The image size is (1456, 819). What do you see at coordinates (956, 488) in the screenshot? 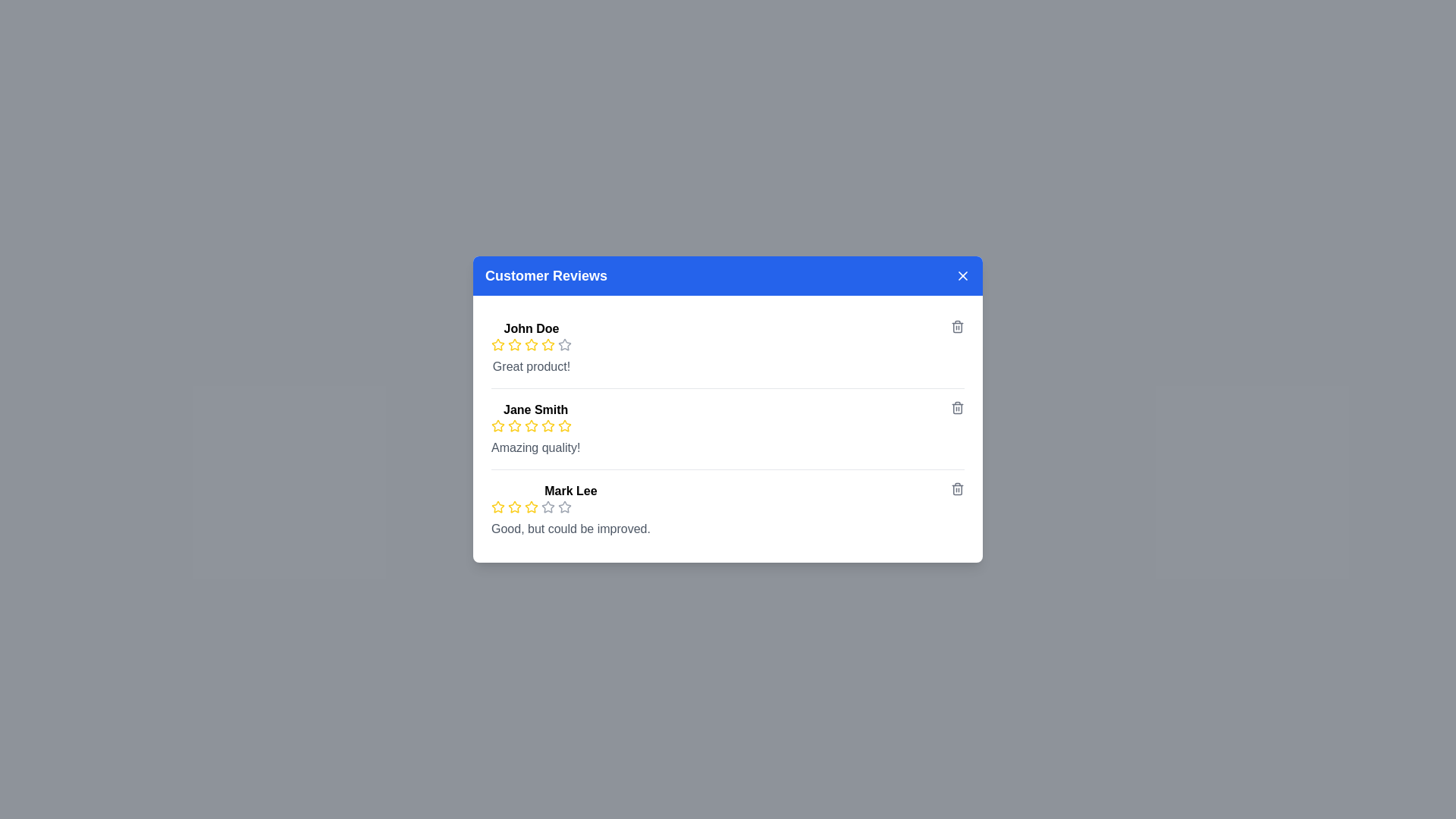
I see `the trash icon associated with the review by Mark Lee` at bounding box center [956, 488].